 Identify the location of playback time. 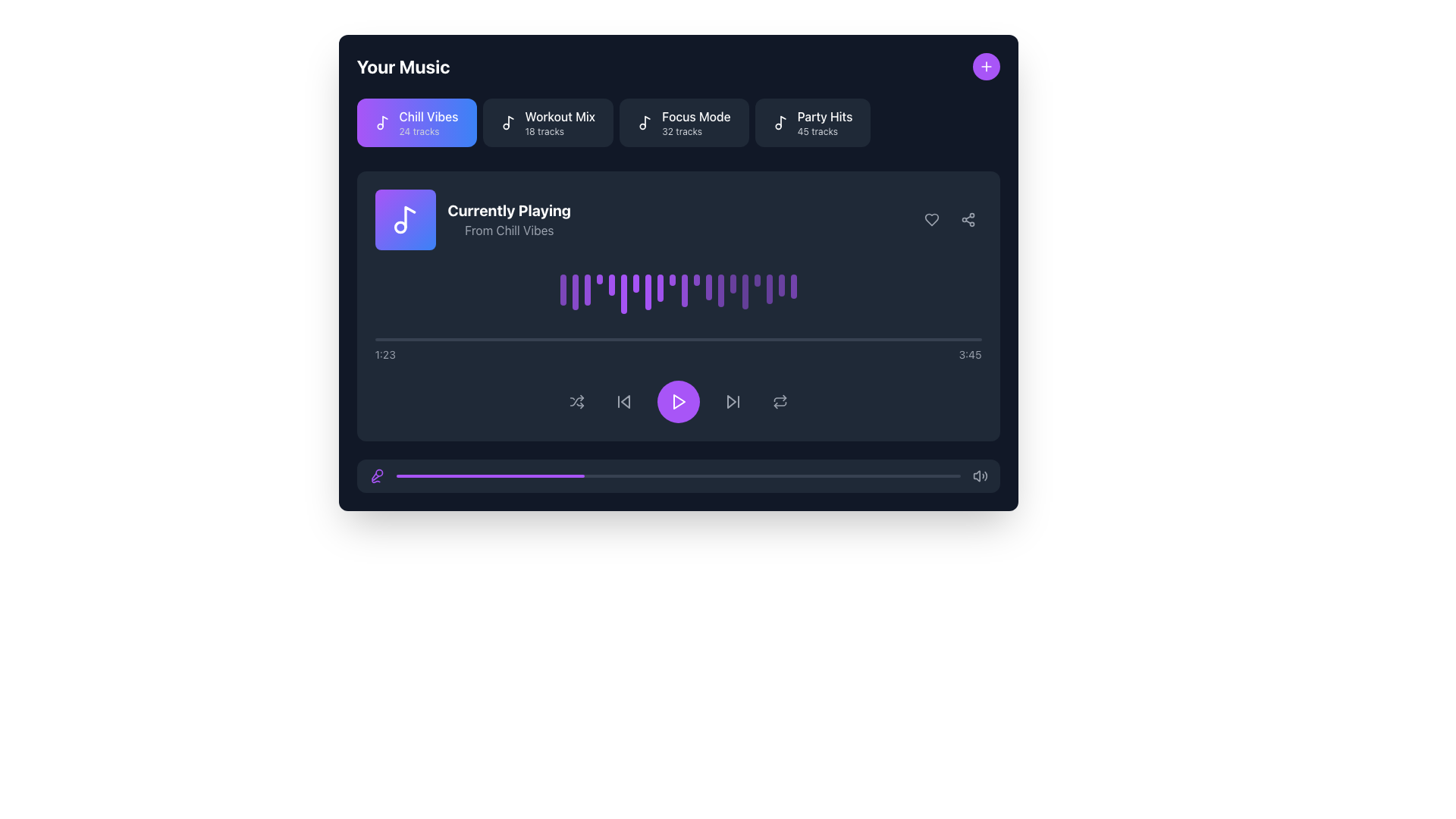
(626, 339).